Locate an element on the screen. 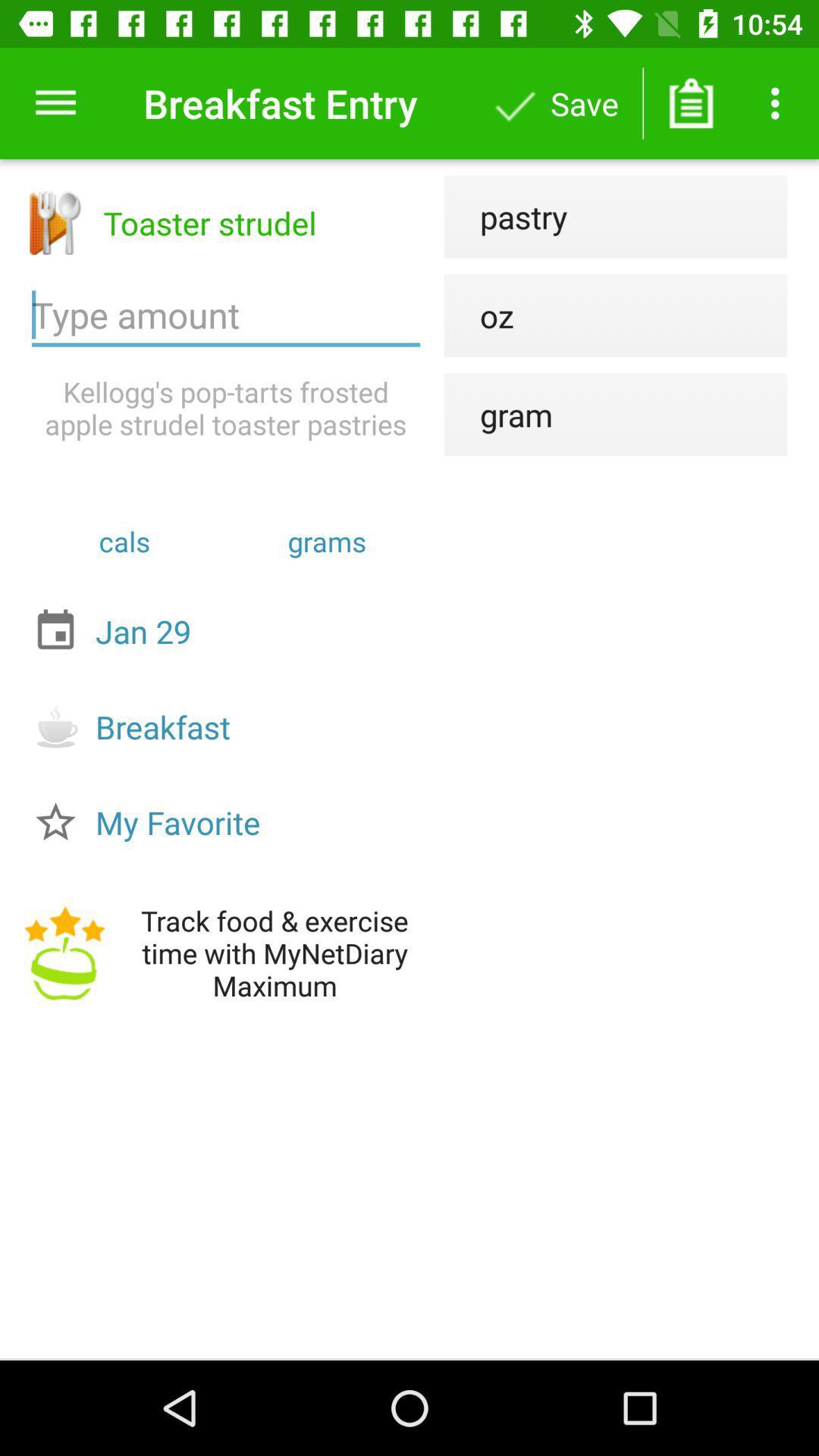  the item to the left of   gram item is located at coordinates (226, 408).